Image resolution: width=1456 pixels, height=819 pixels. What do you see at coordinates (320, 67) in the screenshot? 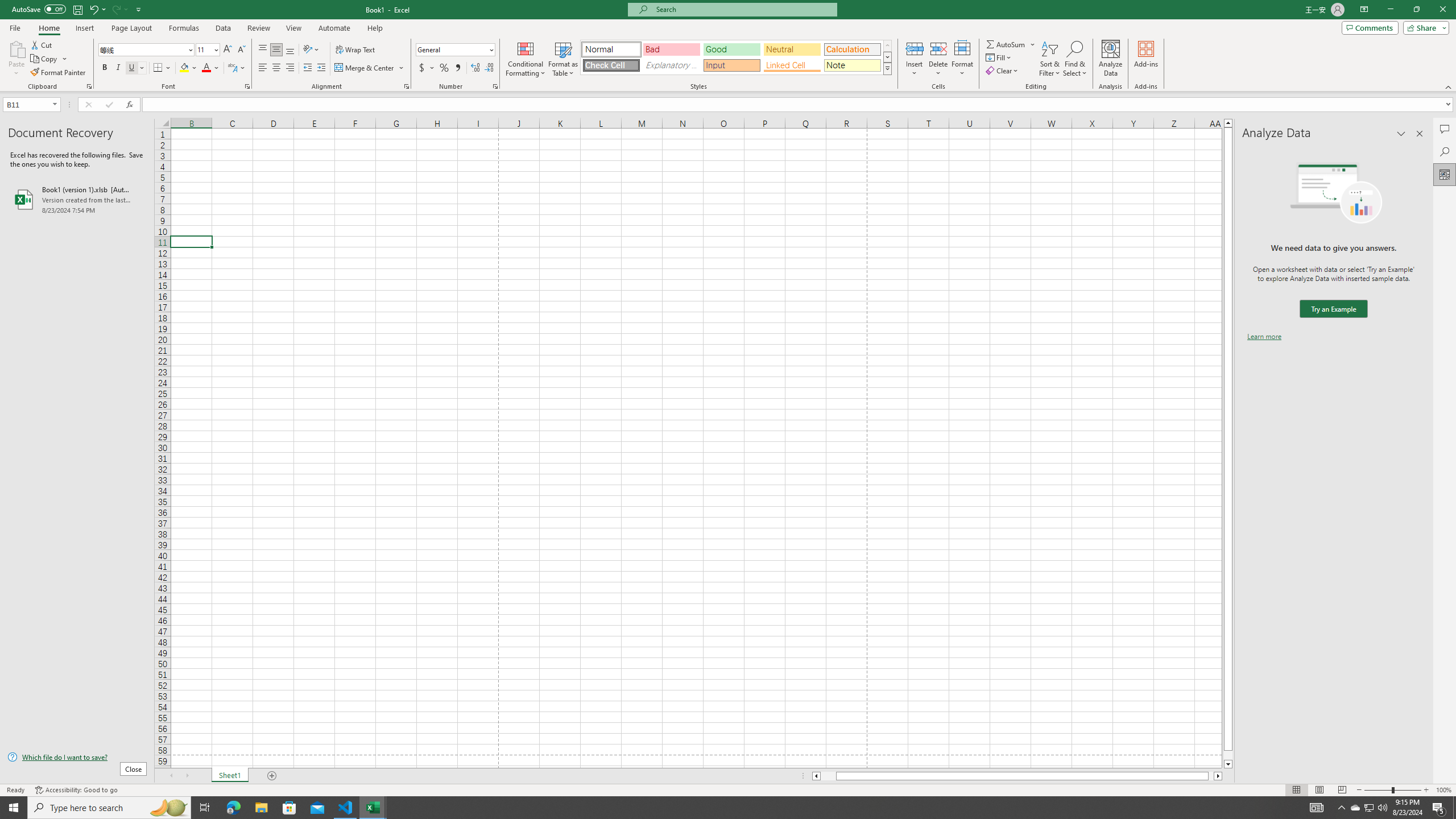
I see `'Increase Indent'` at bounding box center [320, 67].